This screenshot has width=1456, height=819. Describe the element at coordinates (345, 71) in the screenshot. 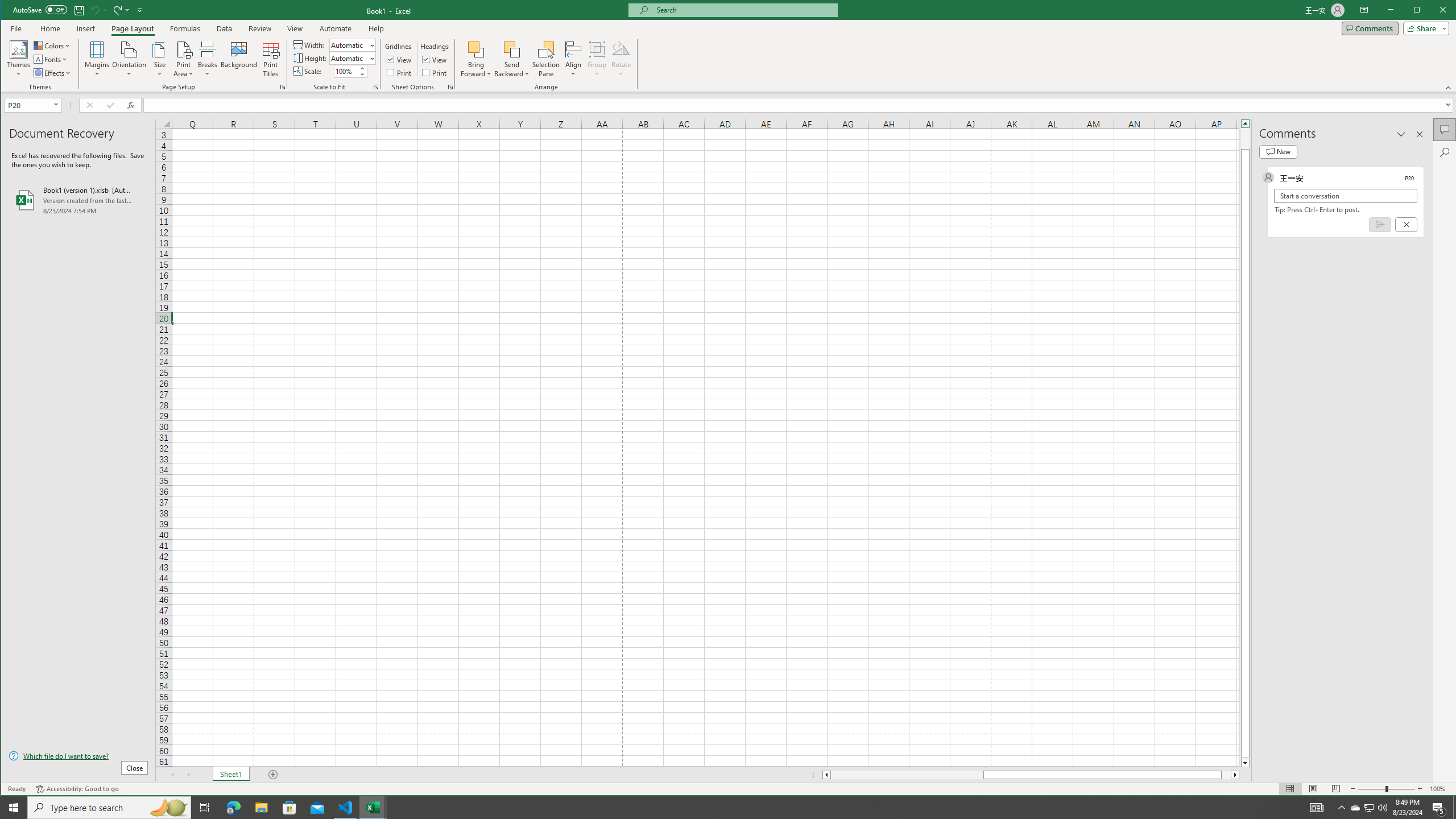

I see `'Scale'` at that location.